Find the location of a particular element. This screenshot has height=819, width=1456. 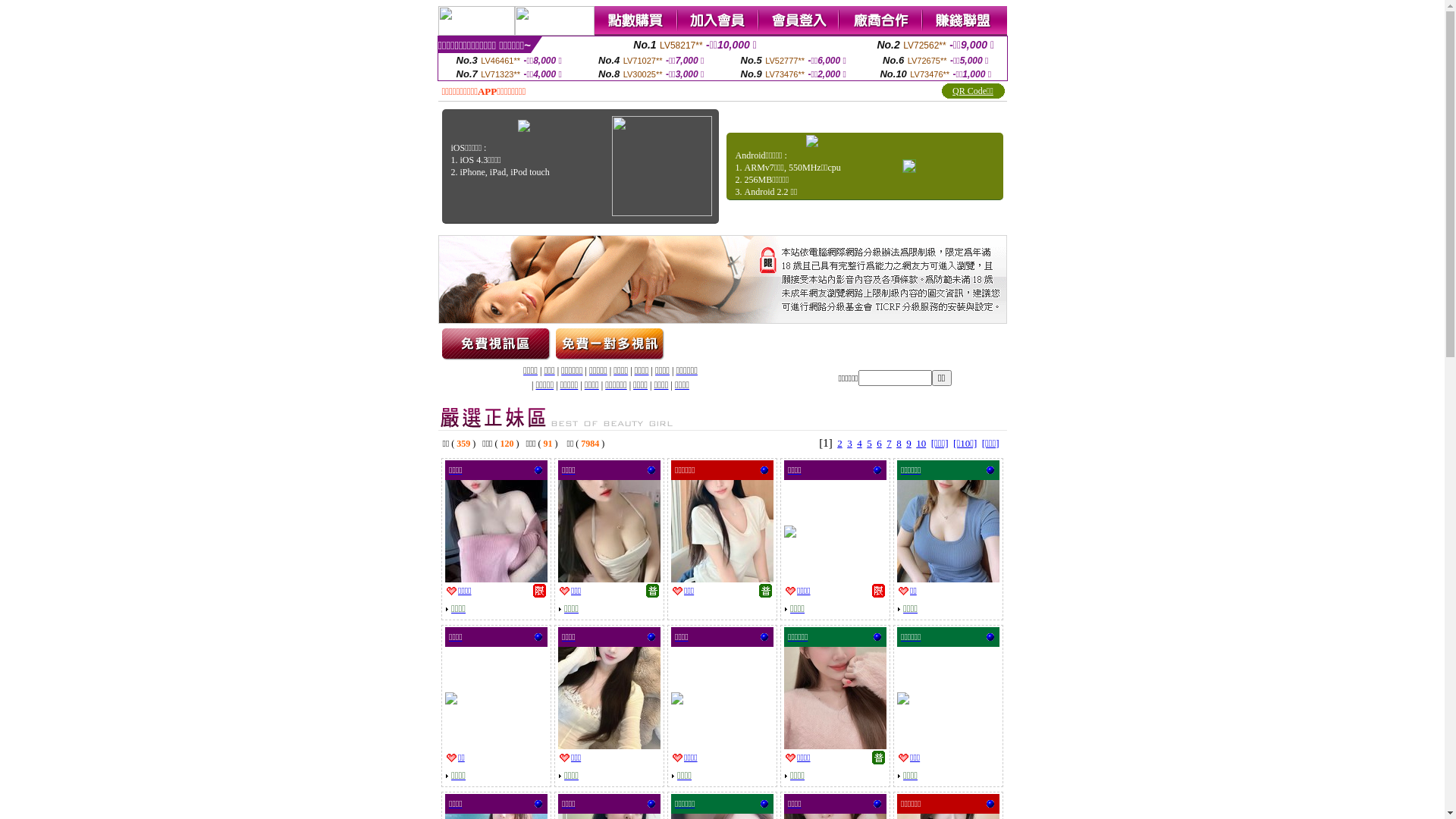

'3' is located at coordinates (849, 443).